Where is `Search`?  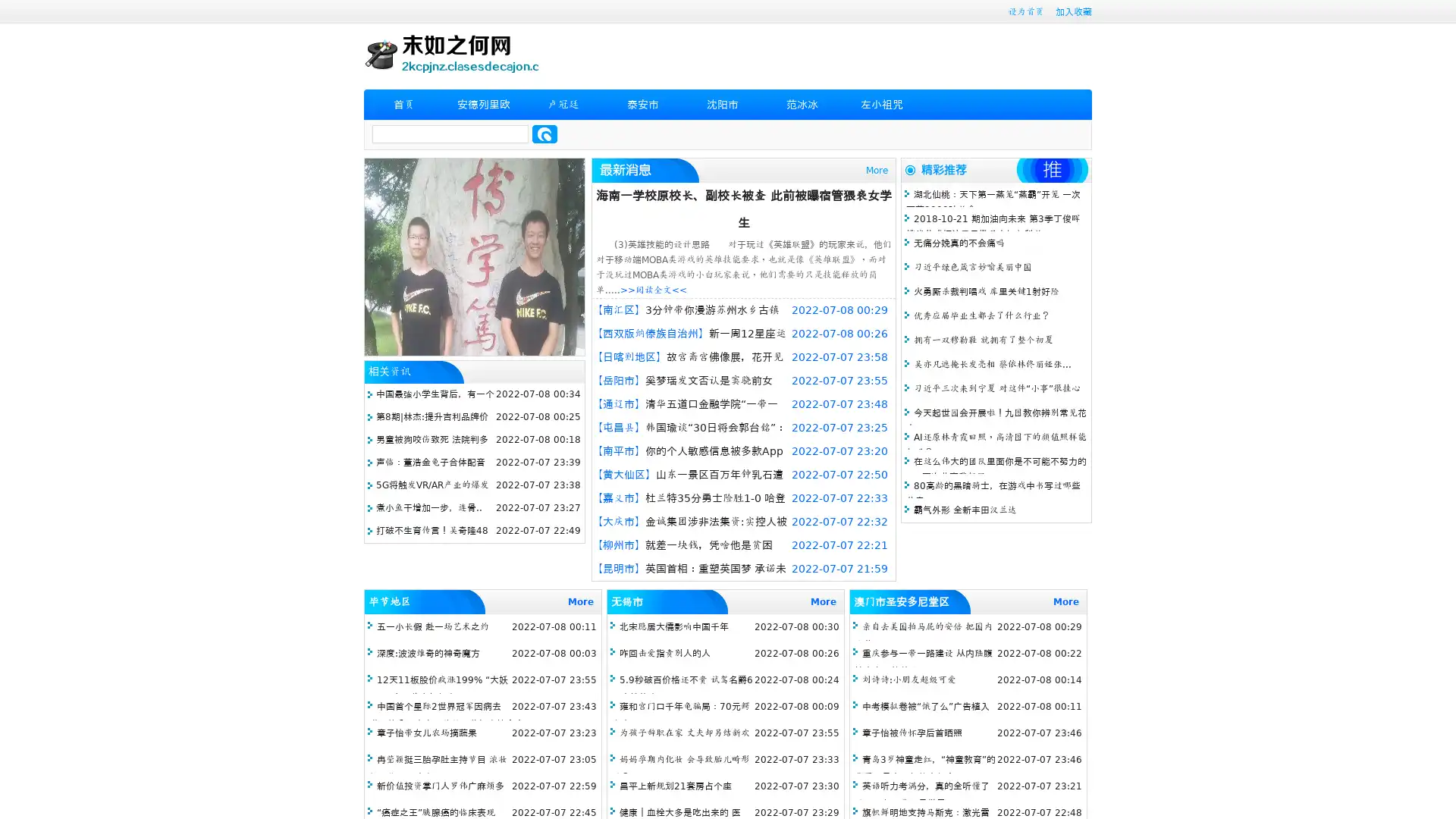
Search is located at coordinates (544, 133).